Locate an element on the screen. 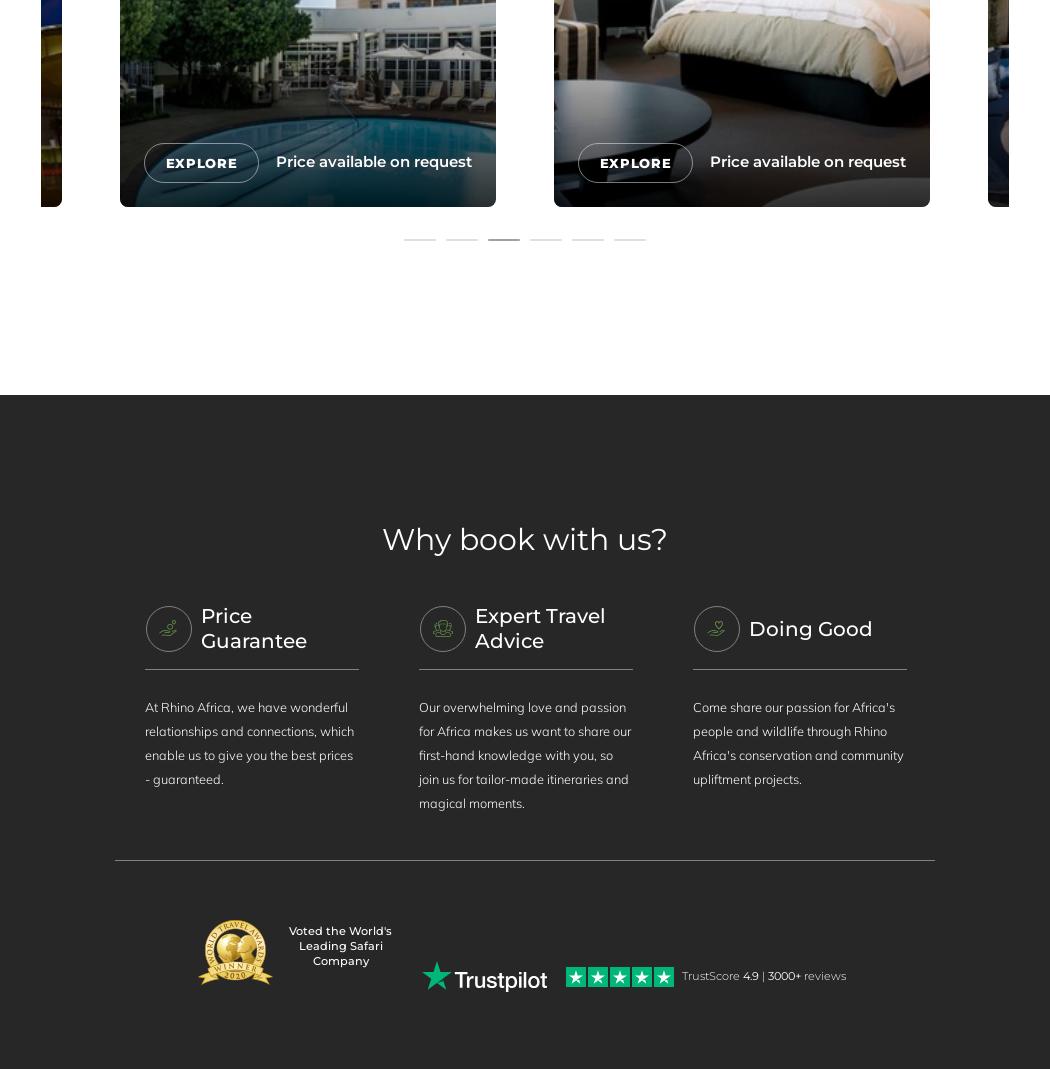  '4.9' is located at coordinates (750, 975).